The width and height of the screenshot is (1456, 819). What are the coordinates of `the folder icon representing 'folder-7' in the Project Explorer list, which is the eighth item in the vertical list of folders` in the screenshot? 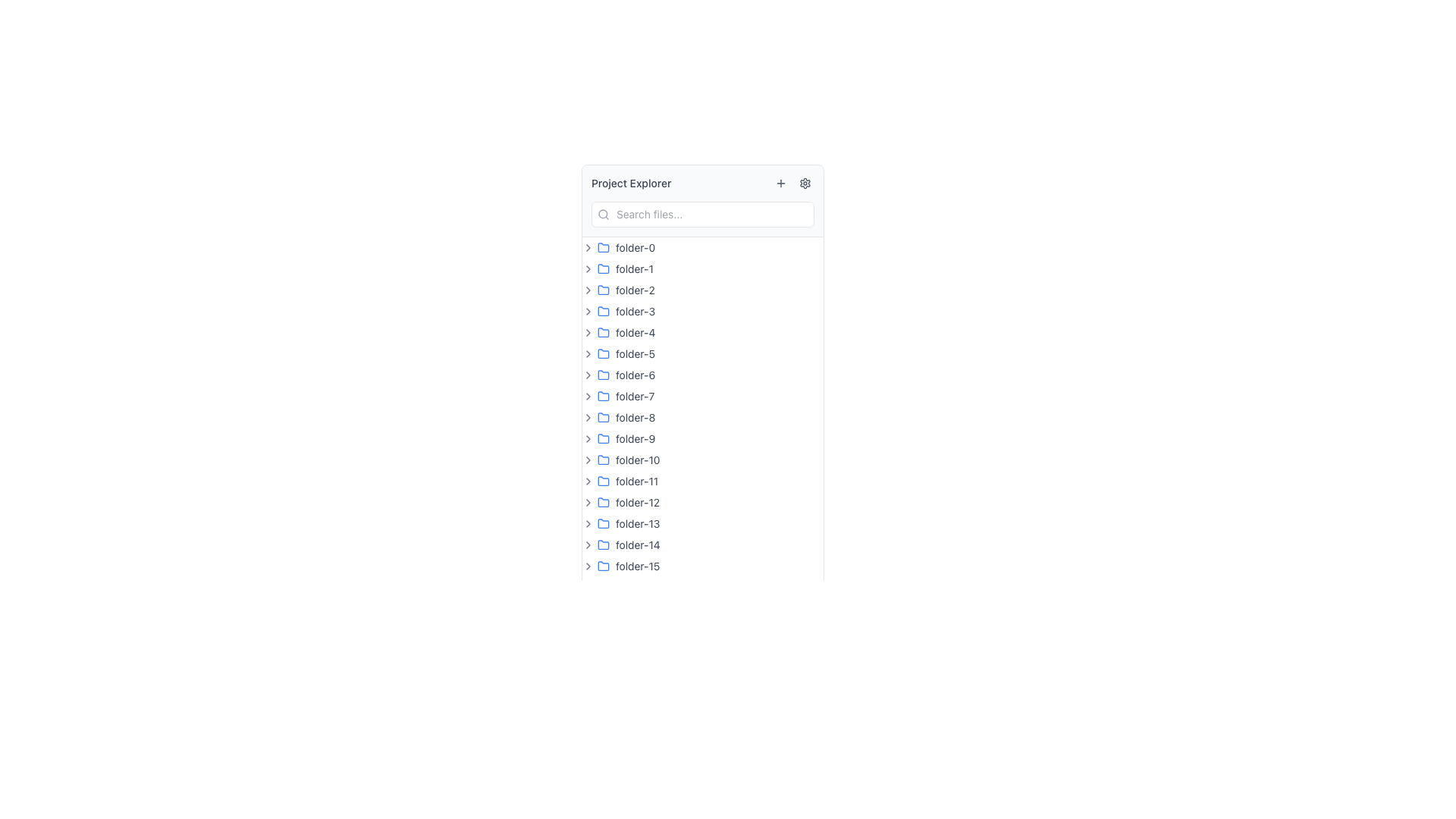 It's located at (603, 394).